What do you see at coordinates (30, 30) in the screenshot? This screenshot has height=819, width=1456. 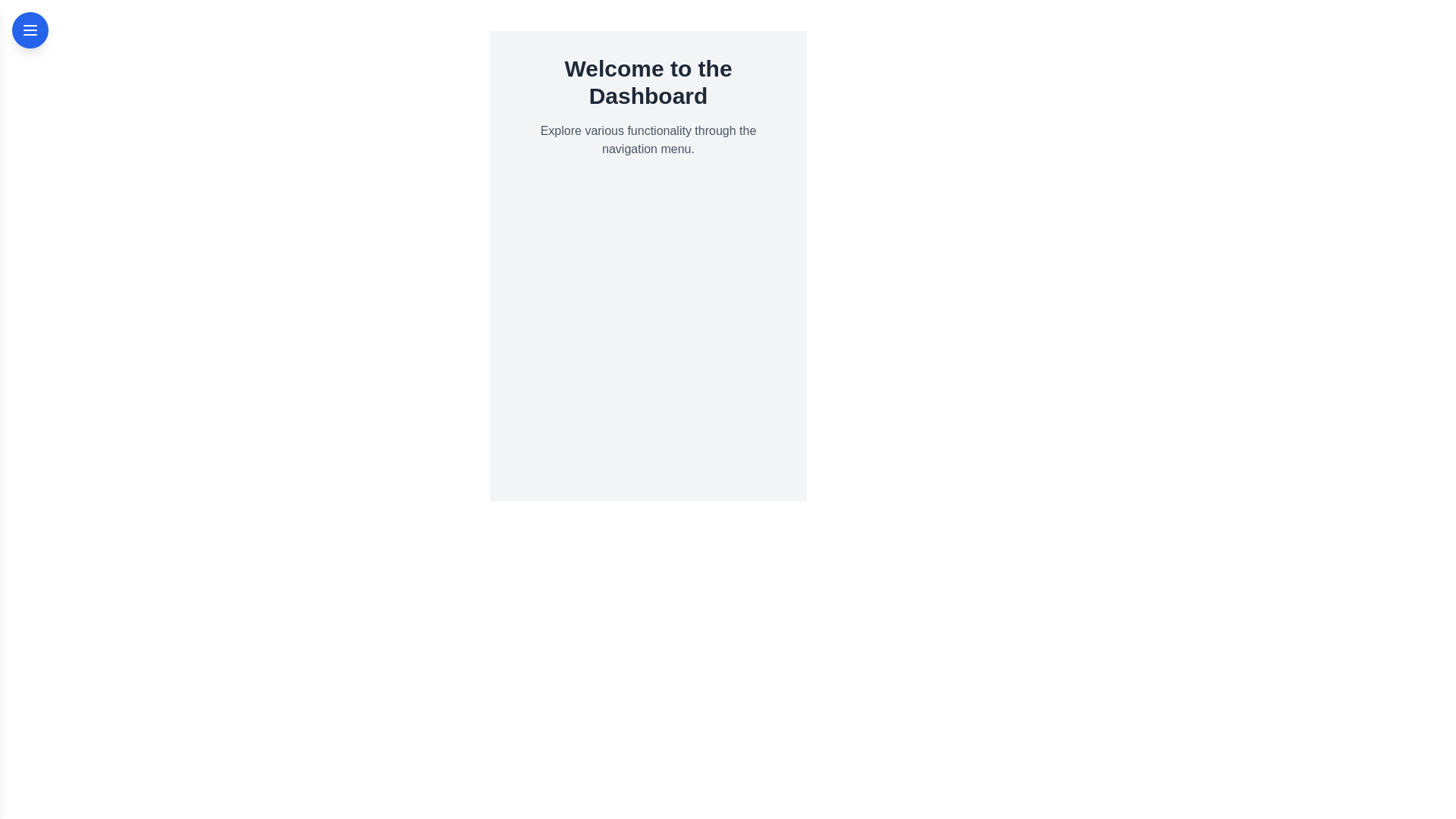 I see `the menu button to toggle the drawer open/close` at bounding box center [30, 30].